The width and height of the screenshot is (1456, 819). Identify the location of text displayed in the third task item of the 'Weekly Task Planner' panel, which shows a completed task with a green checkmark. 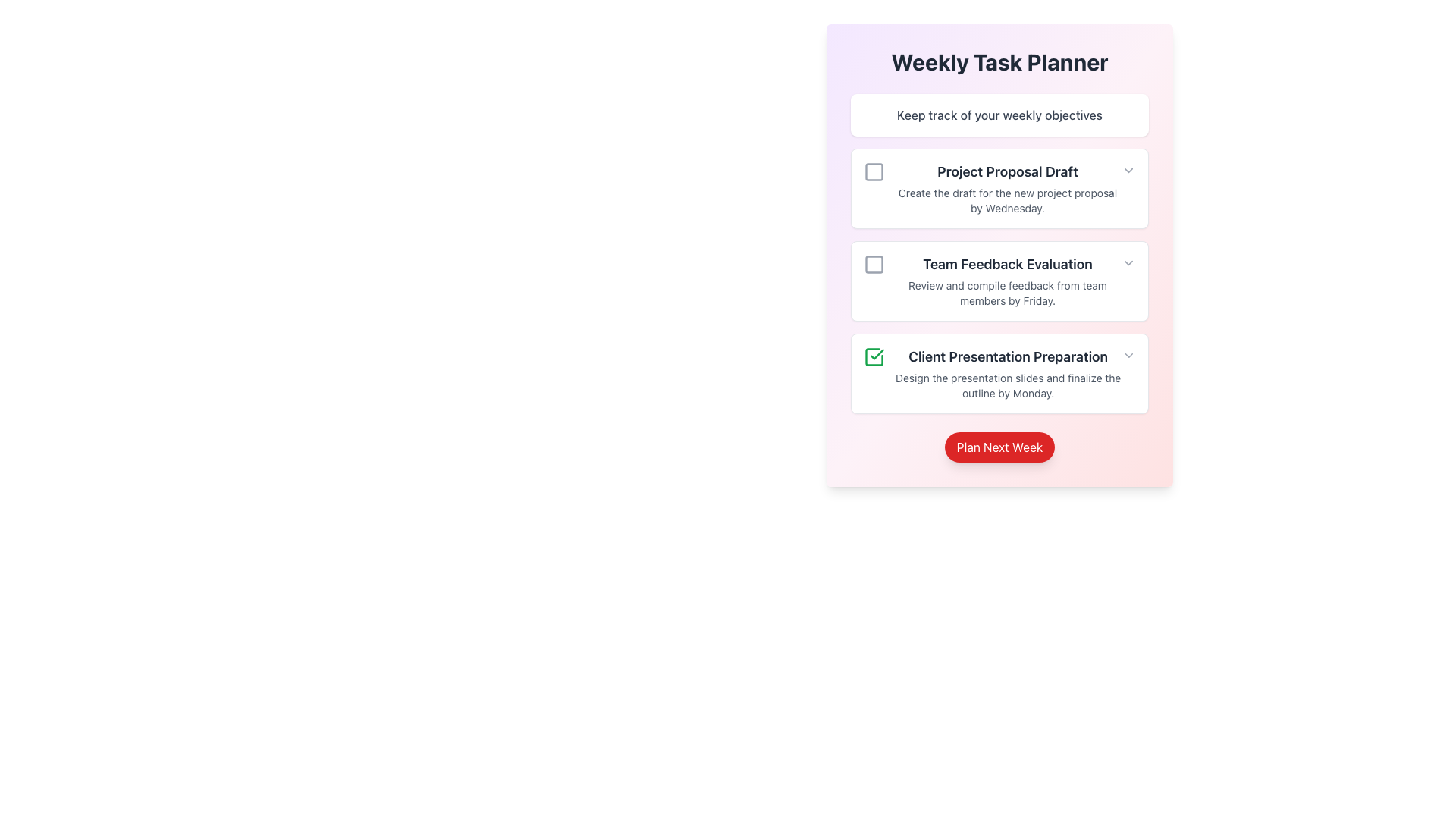
(993, 374).